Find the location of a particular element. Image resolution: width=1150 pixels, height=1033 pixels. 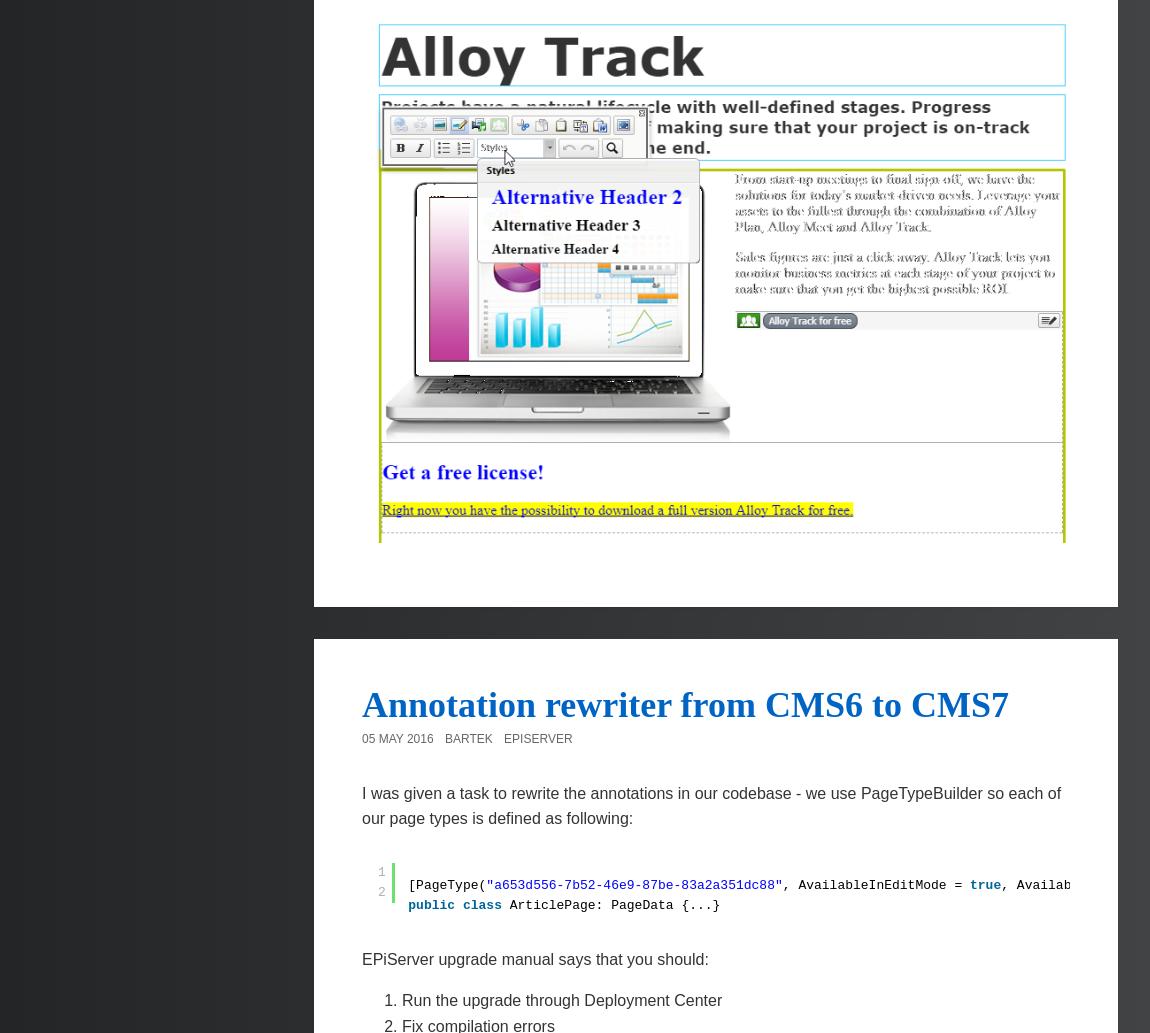

'"a653d556-7b52-46e9-87be-83a2a351dc88"' is located at coordinates (632, 883).